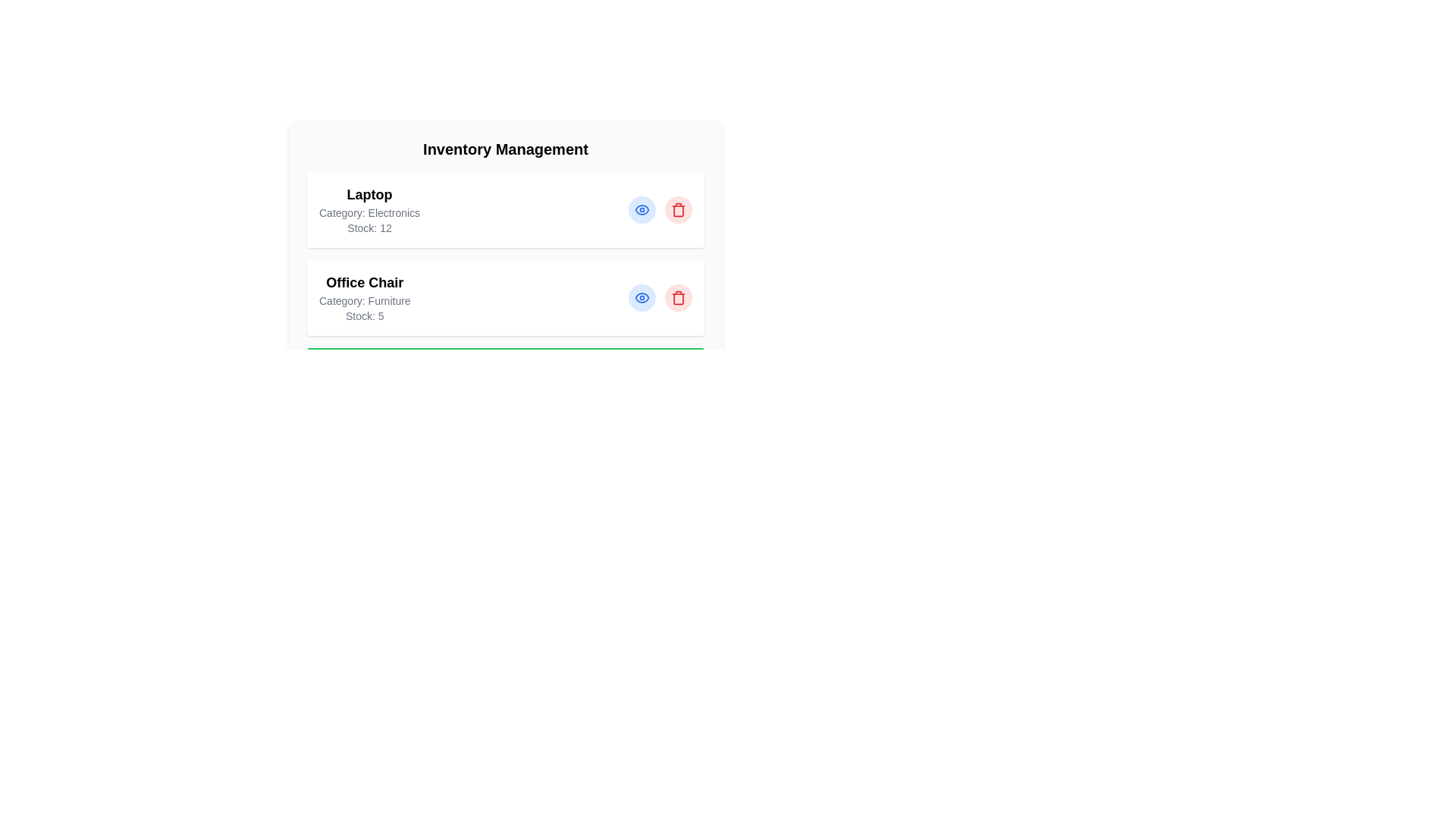 The width and height of the screenshot is (1456, 819). What do you see at coordinates (365, 301) in the screenshot?
I see `the text Category: Furniture within the component` at bounding box center [365, 301].